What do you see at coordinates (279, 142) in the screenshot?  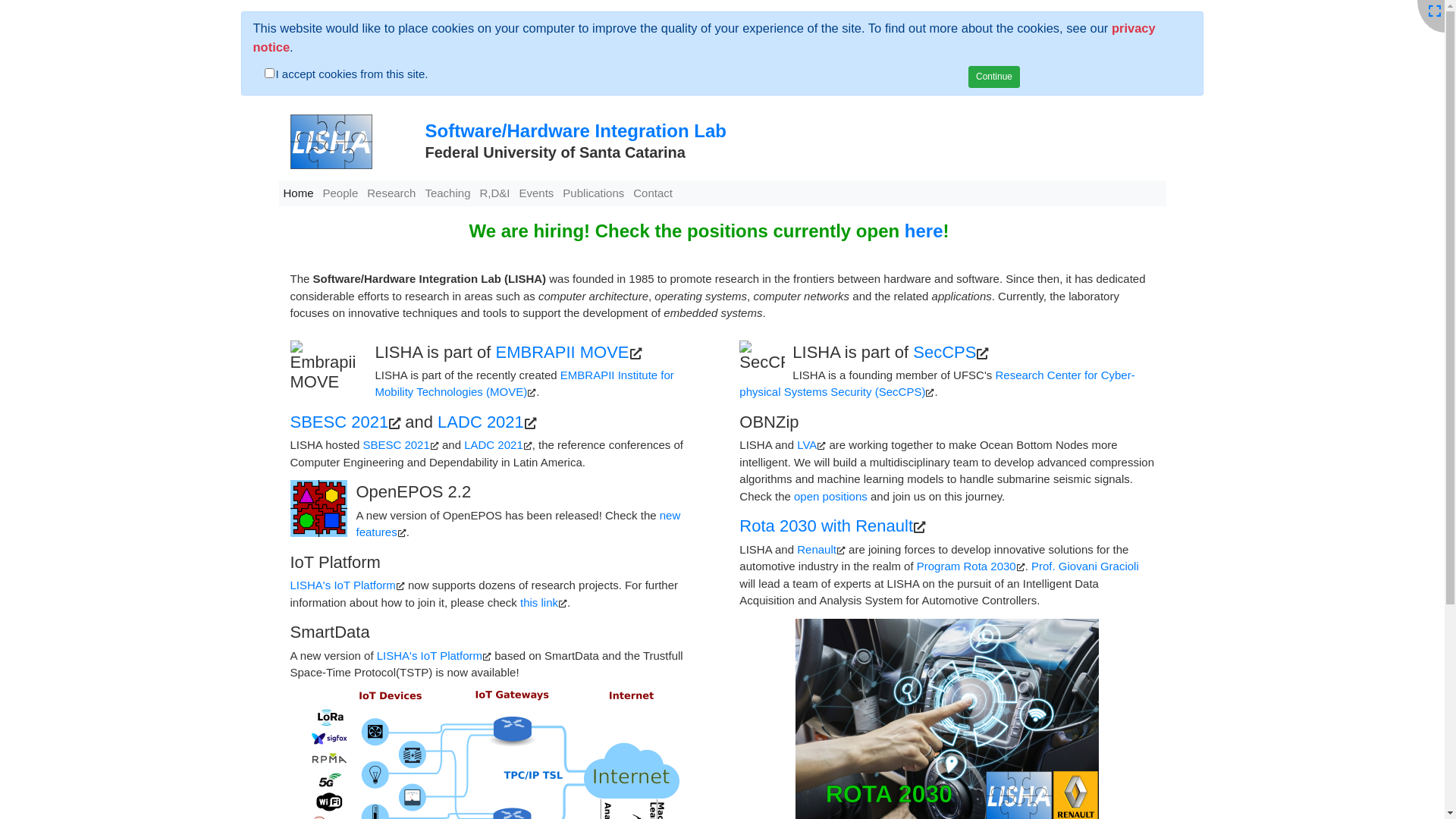 I see `'LISHA'` at bounding box center [279, 142].